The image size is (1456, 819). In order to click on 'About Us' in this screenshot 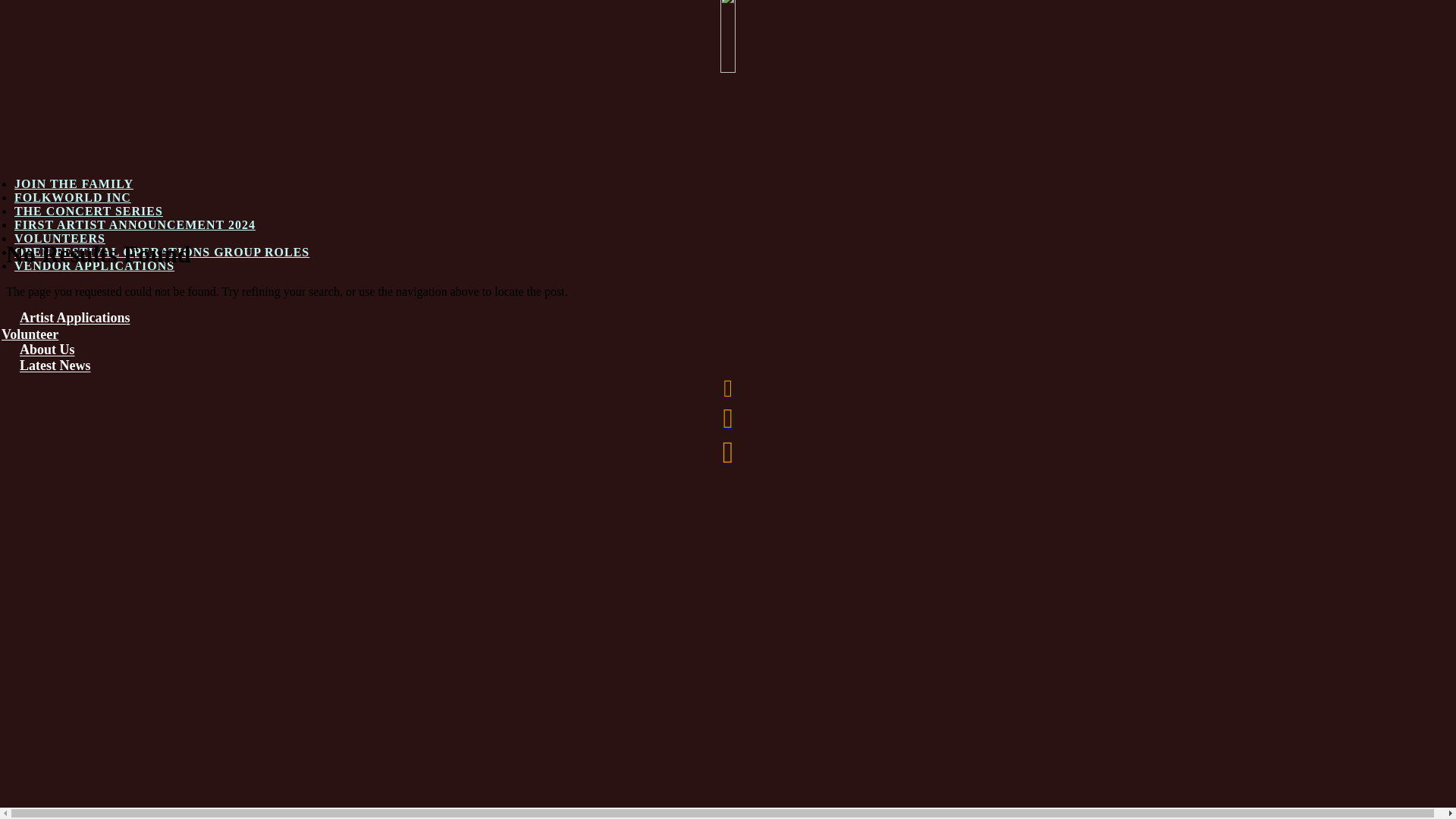, I will do `click(47, 350)`.